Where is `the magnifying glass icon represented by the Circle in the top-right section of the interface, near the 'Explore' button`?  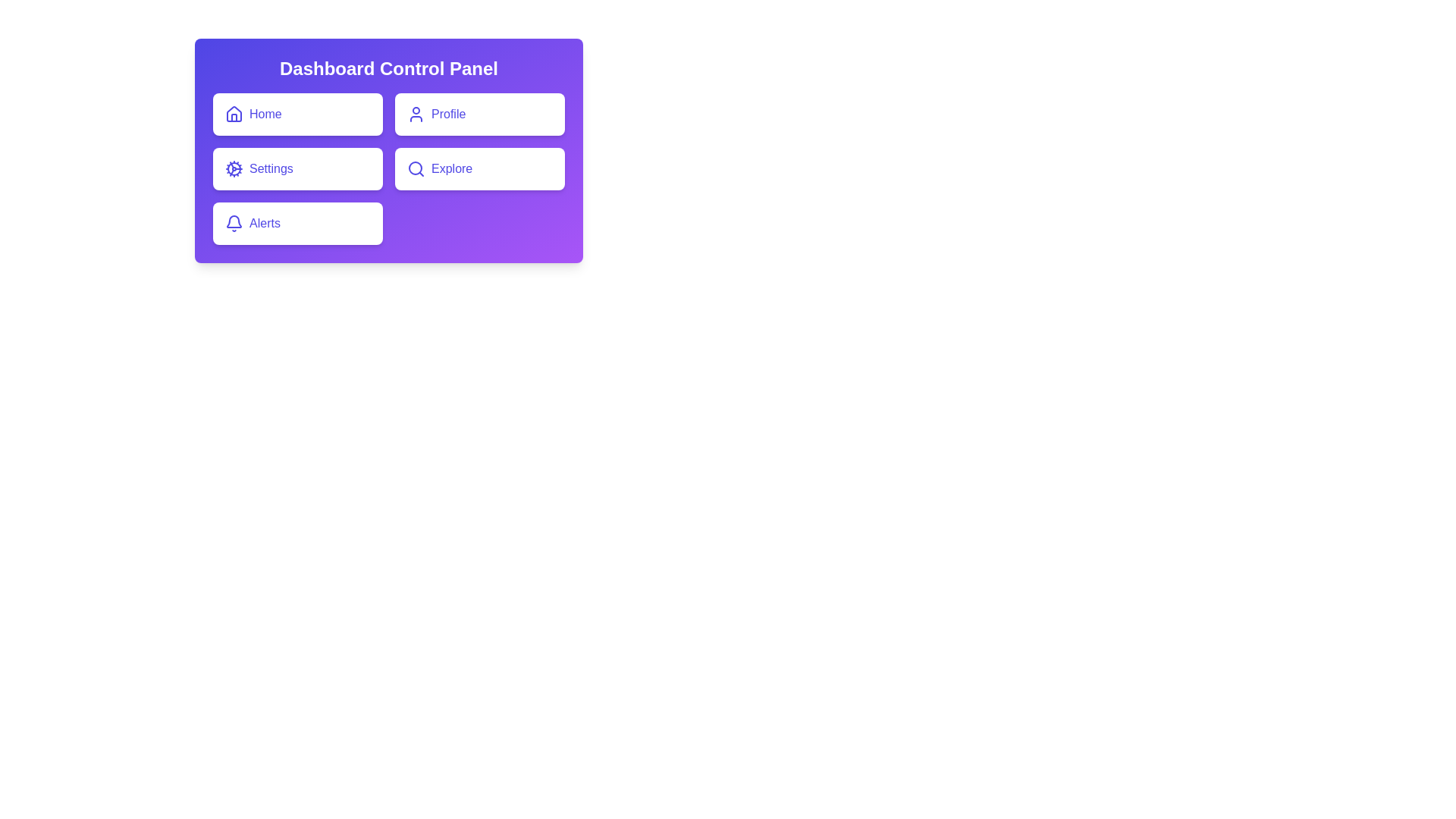
the magnifying glass icon represented by the Circle in the top-right section of the interface, near the 'Explore' button is located at coordinates (415, 168).